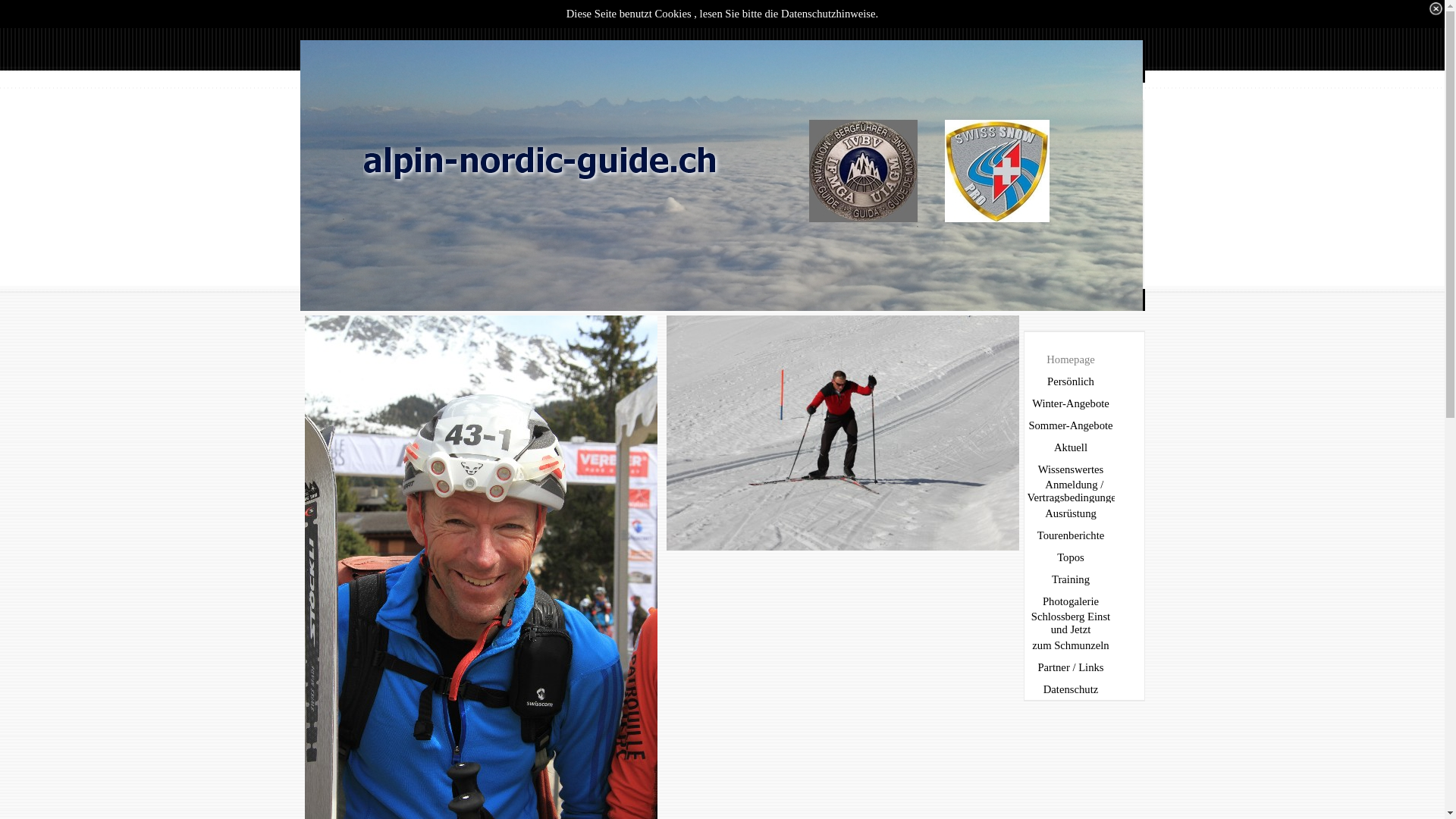  I want to click on 'zum Schmunzeln', so click(1072, 645).